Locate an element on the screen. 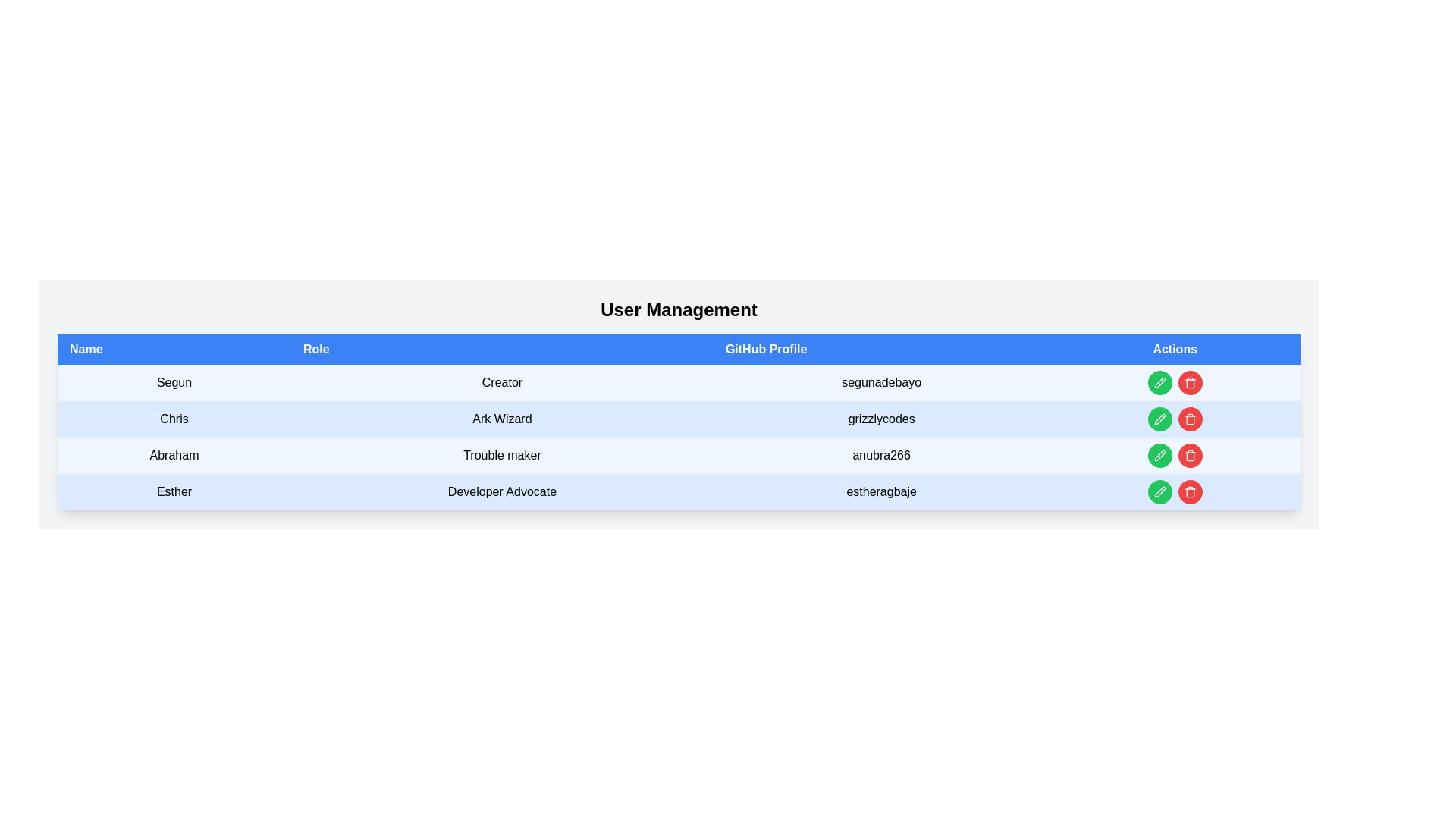  the red trash button in the 'Actions' column is located at coordinates (1189, 382).